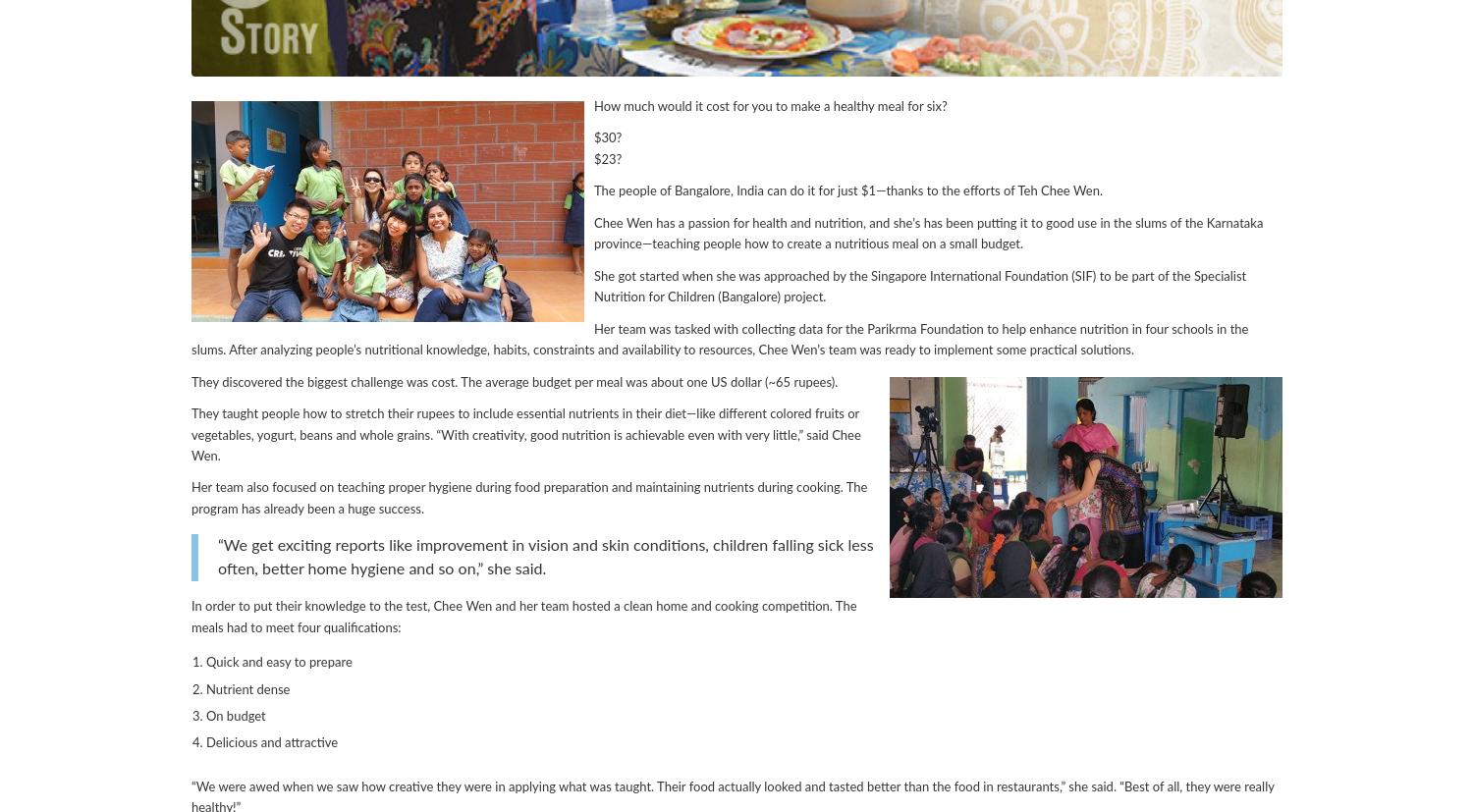 The height and width of the screenshot is (812, 1473). I want to click on 'Nutrient dense', so click(247, 689).